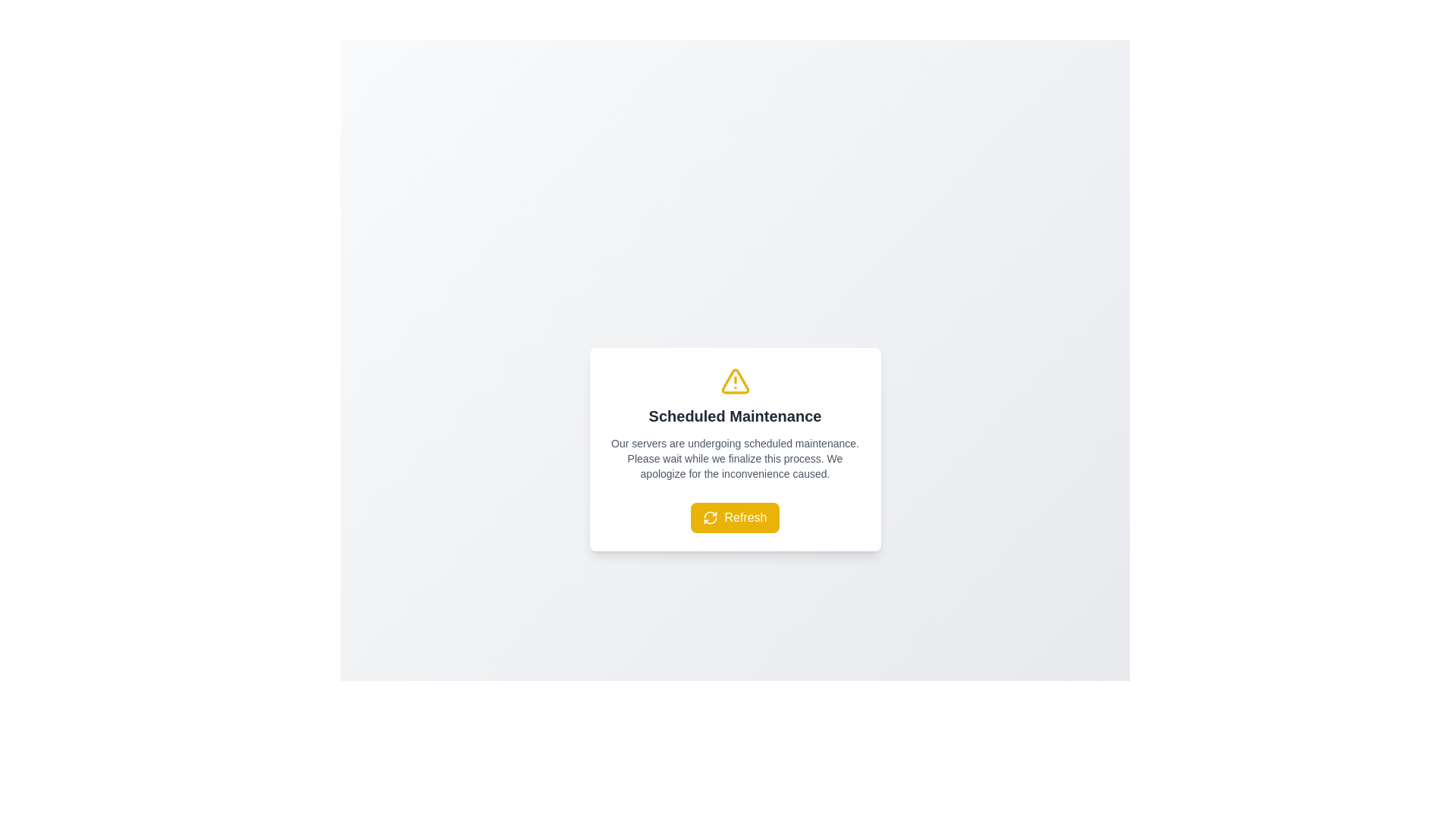 The width and height of the screenshot is (1456, 819). I want to click on the informative text block regarding the maintenance status of the servers, which is positioned below the 'Scheduled Maintenance' title and above the 'Refresh' button, so click(735, 458).